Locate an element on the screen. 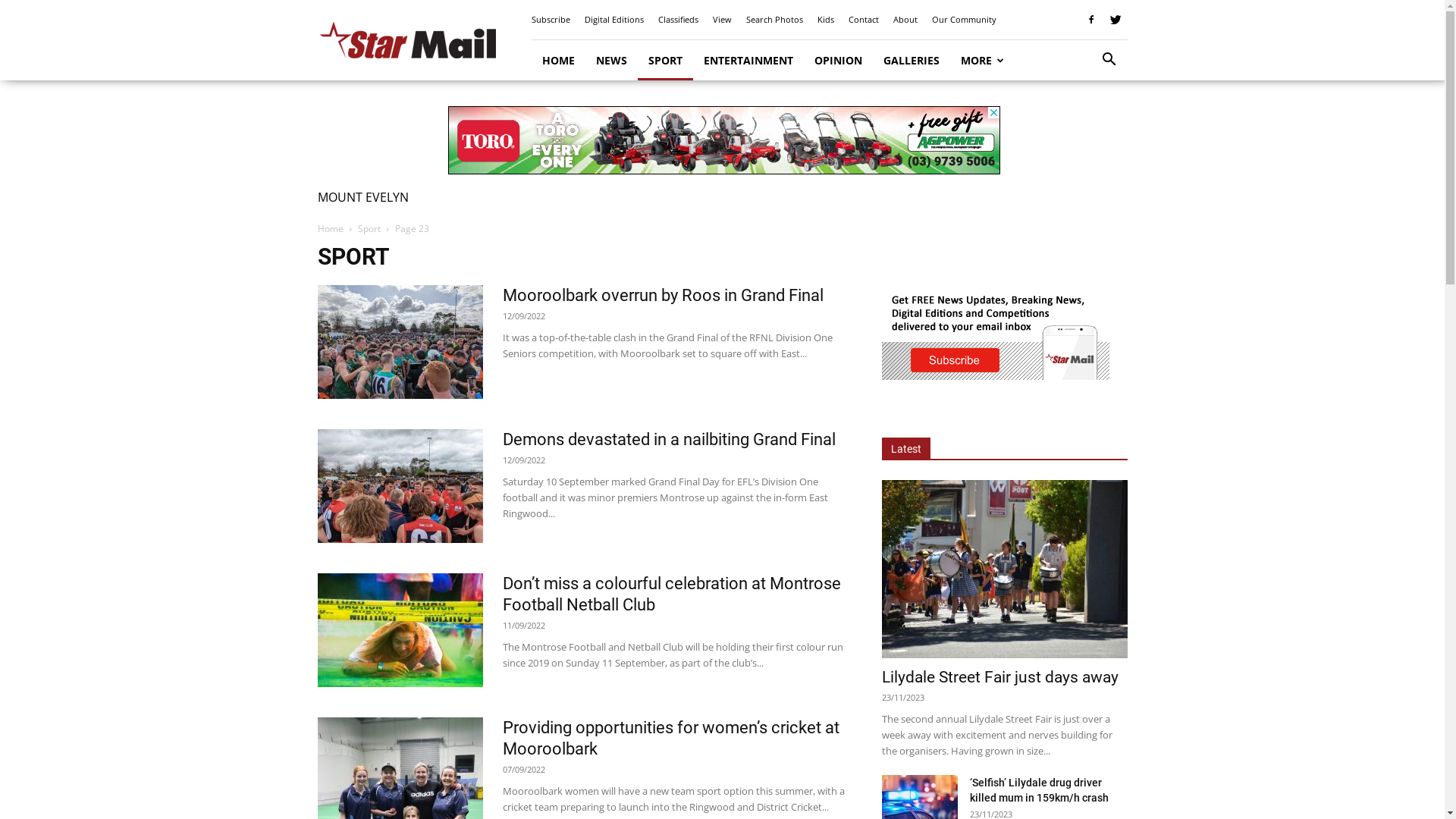 The height and width of the screenshot is (819, 1456). 'Classifieds' is located at coordinates (677, 19).